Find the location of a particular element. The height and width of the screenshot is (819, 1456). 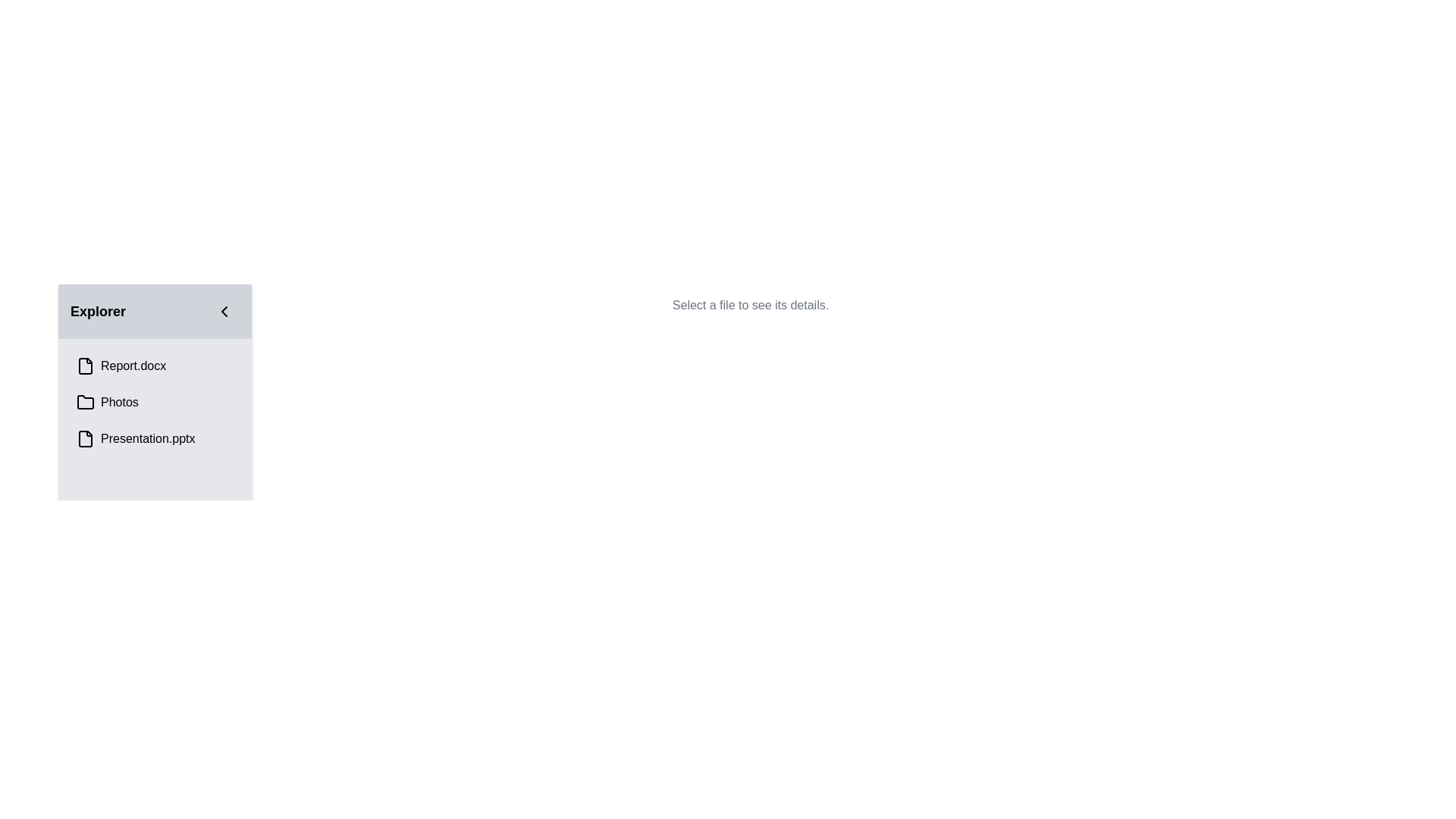

the third list item representing the file named 'Presentation.pptx' in the sidebar is located at coordinates (155, 438).